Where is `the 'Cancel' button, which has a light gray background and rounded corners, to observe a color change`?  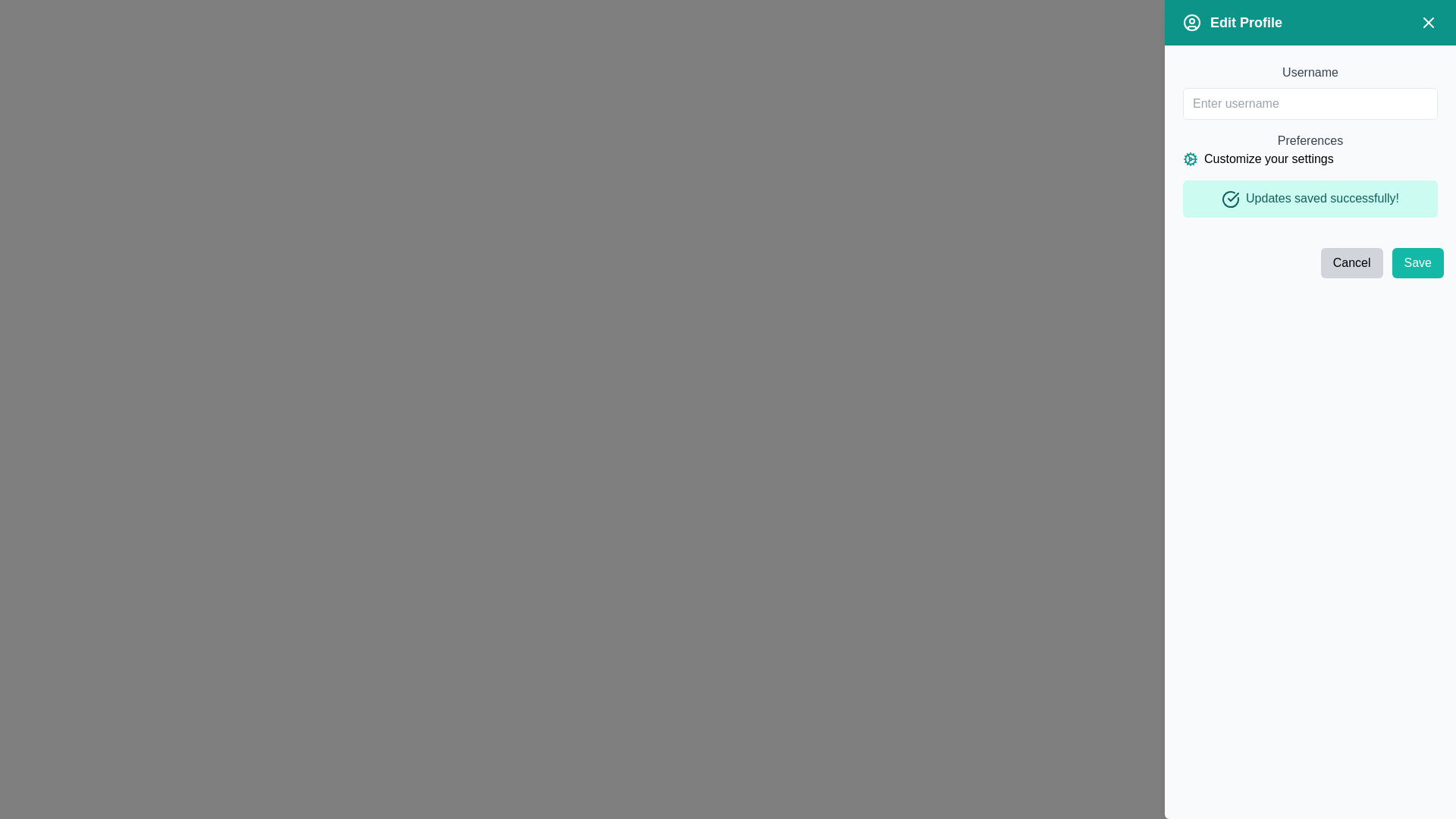 the 'Cancel' button, which has a light gray background and rounded corners, to observe a color change is located at coordinates (1351, 262).